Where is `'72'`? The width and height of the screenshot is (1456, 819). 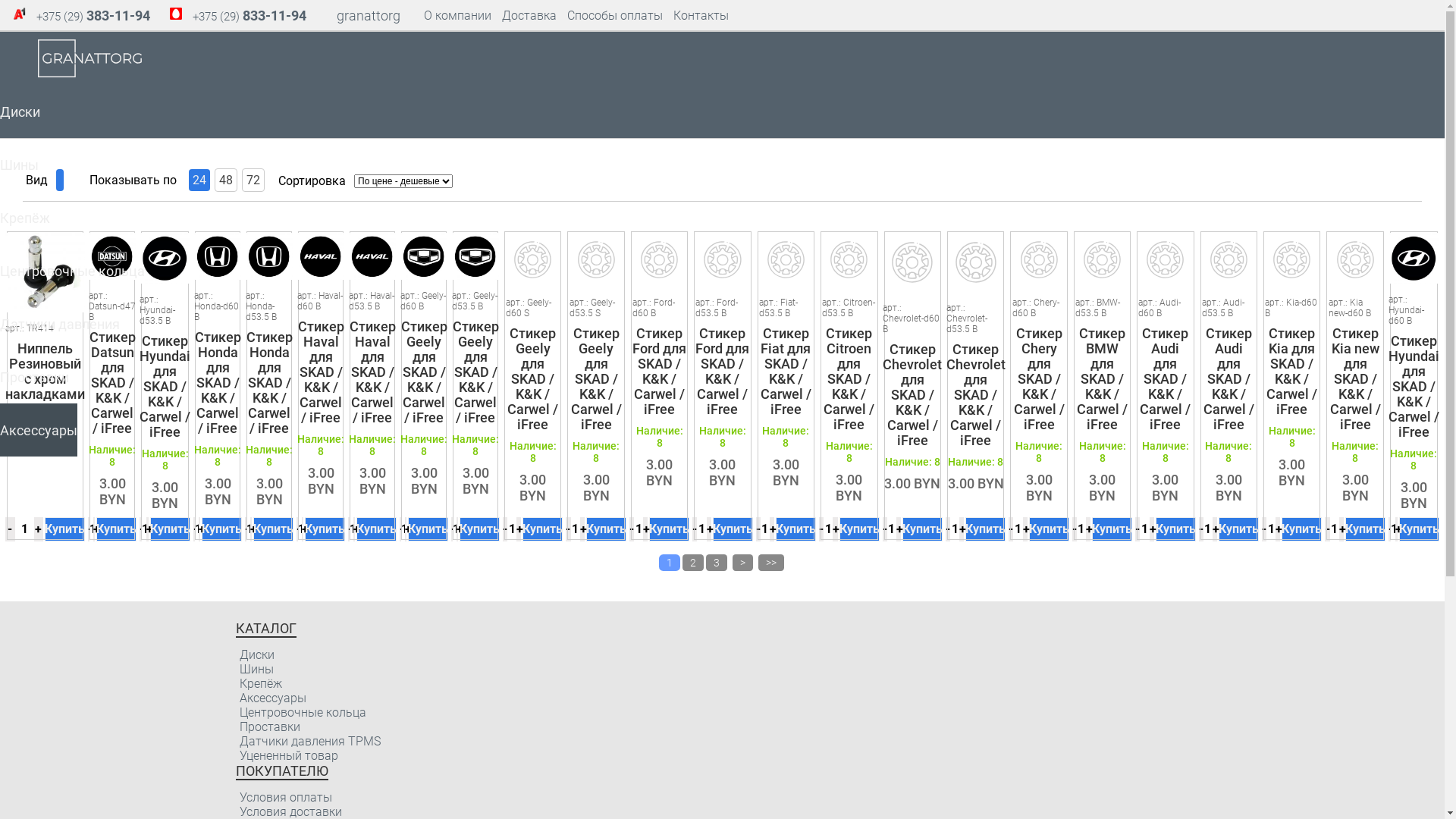 '72' is located at coordinates (253, 179).